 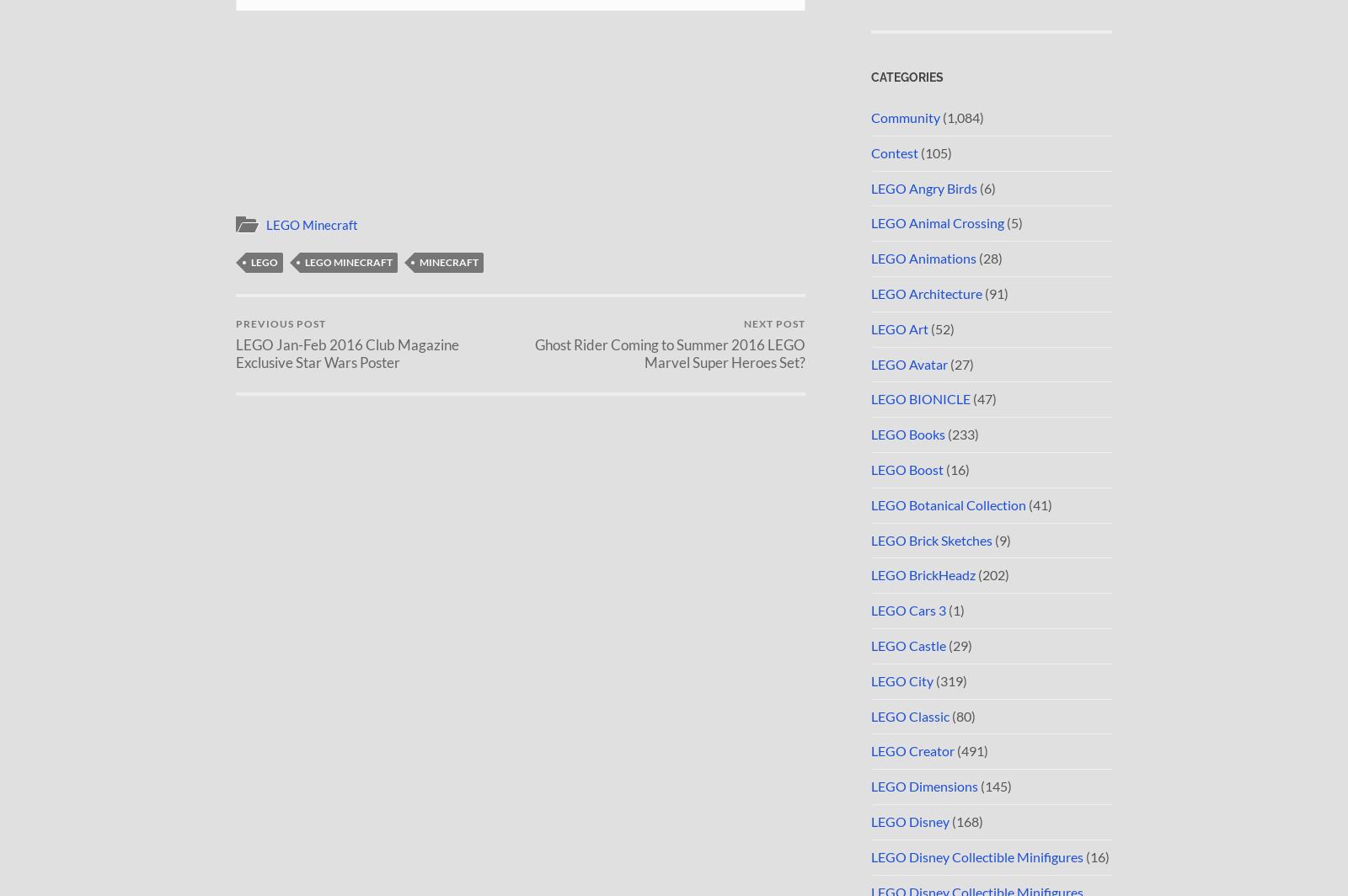 What do you see at coordinates (960, 363) in the screenshot?
I see `'(27)'` at bounding box center [960, 363].